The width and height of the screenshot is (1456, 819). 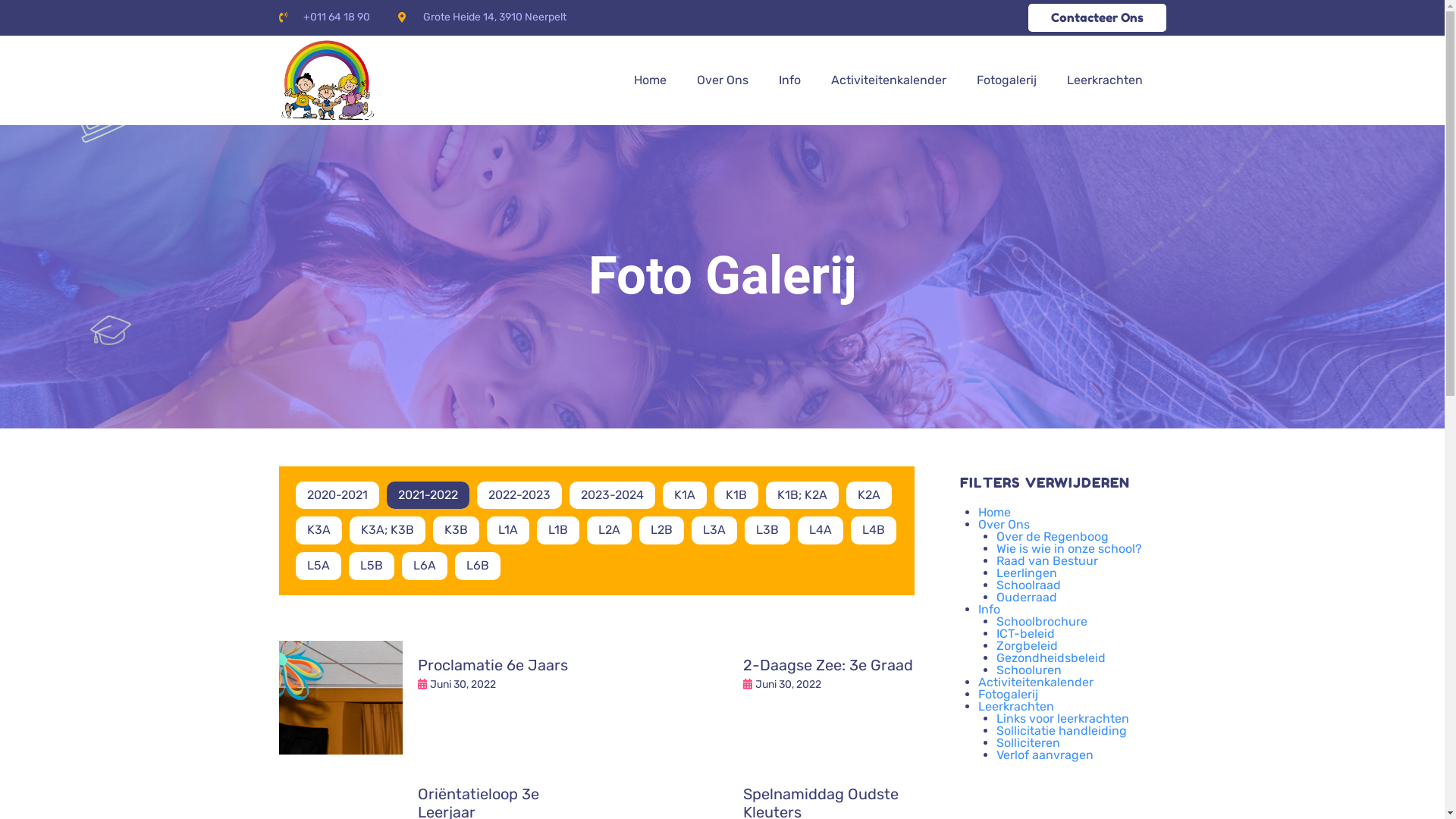 I want to click on 'Fotogalerij', so click(x=1006, y=80).